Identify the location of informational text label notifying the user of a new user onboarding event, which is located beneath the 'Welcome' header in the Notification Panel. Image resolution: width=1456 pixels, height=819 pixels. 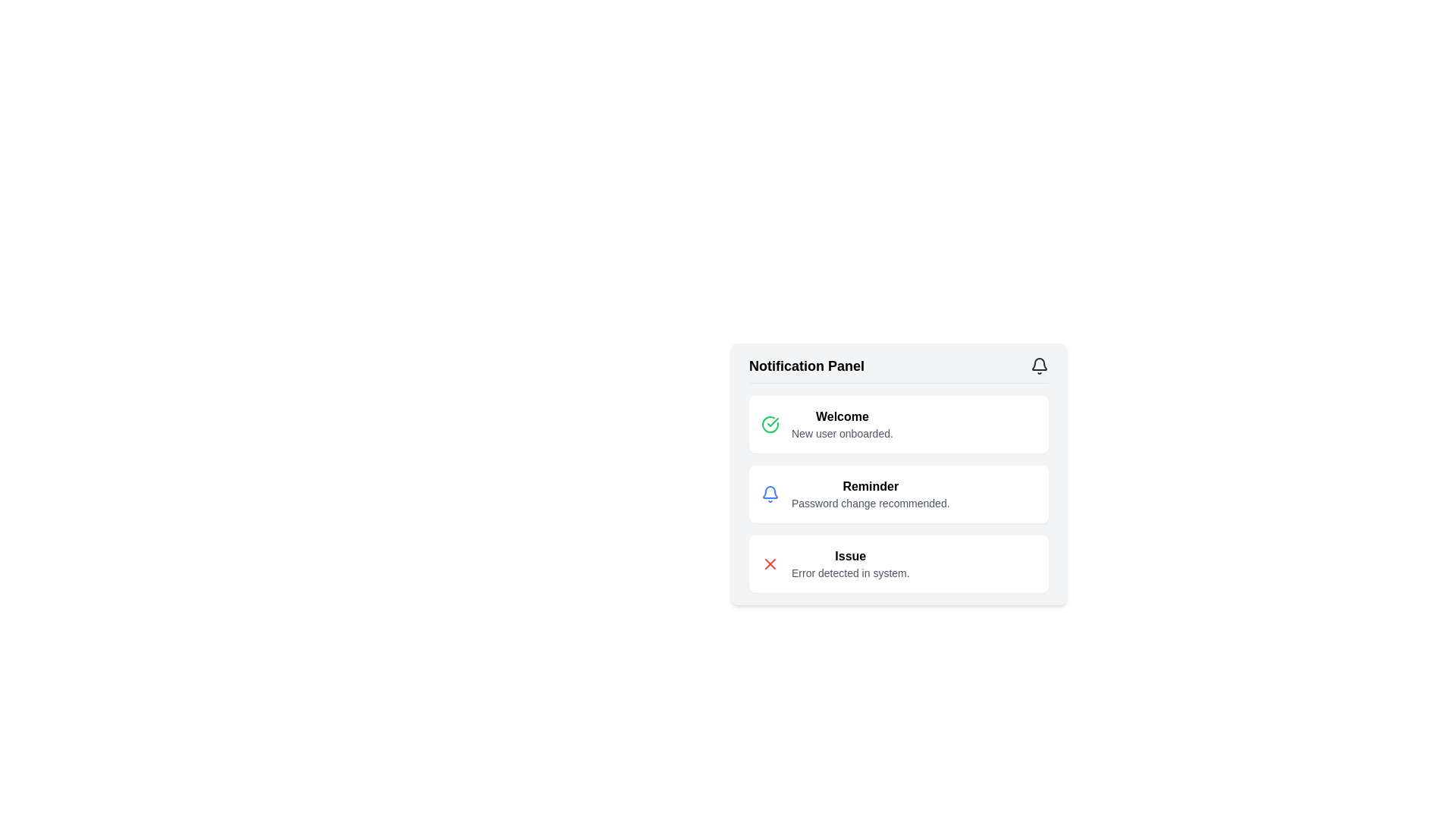
(841, 433).